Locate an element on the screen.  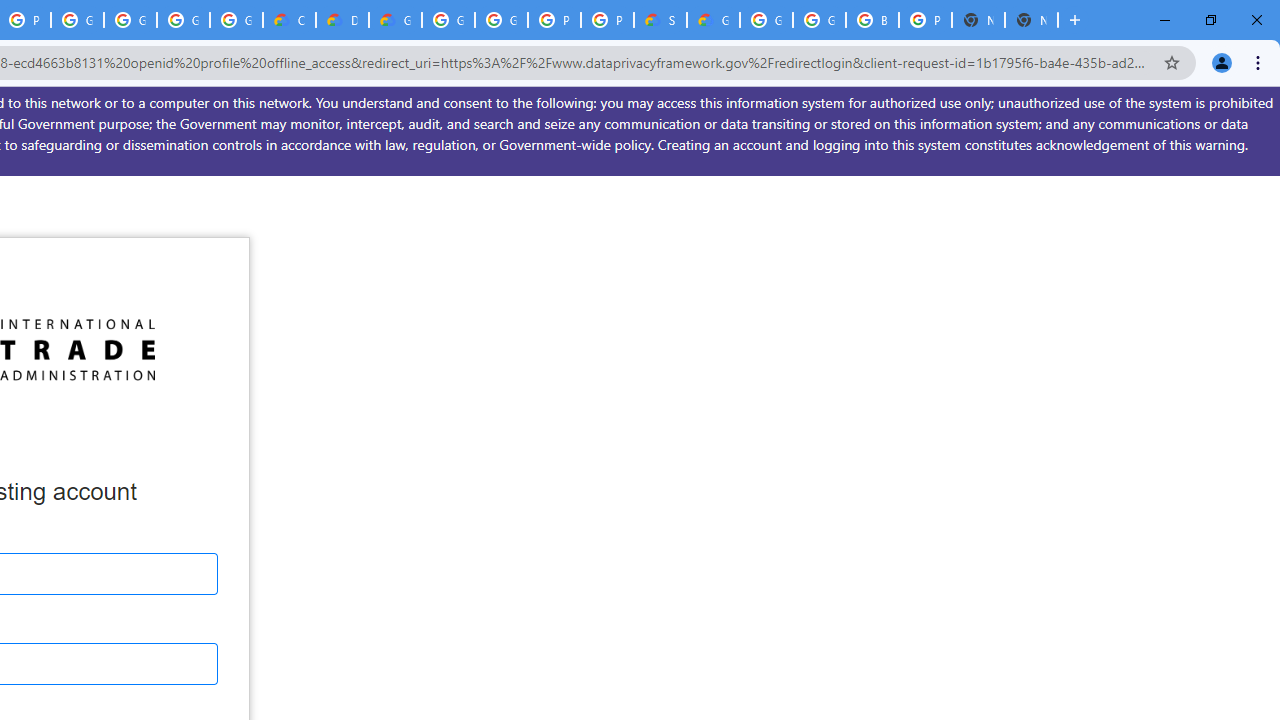
'New Tab' is located at coordinates (1031, 20).